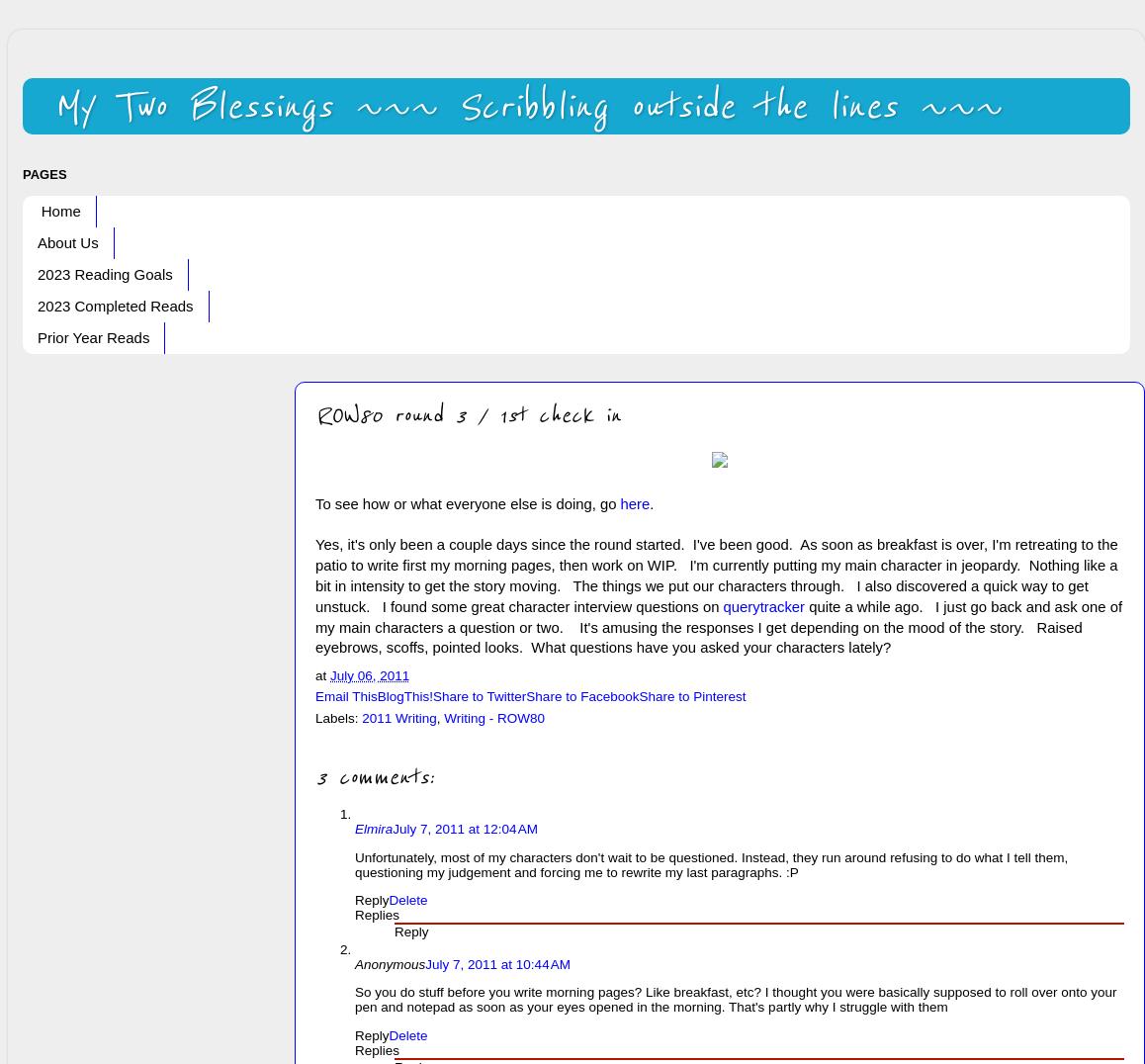  Describe the element at coordinates (496, 963) in the screenshot. I see `'July 7, 2011 at 10:44 AM'` at that location.